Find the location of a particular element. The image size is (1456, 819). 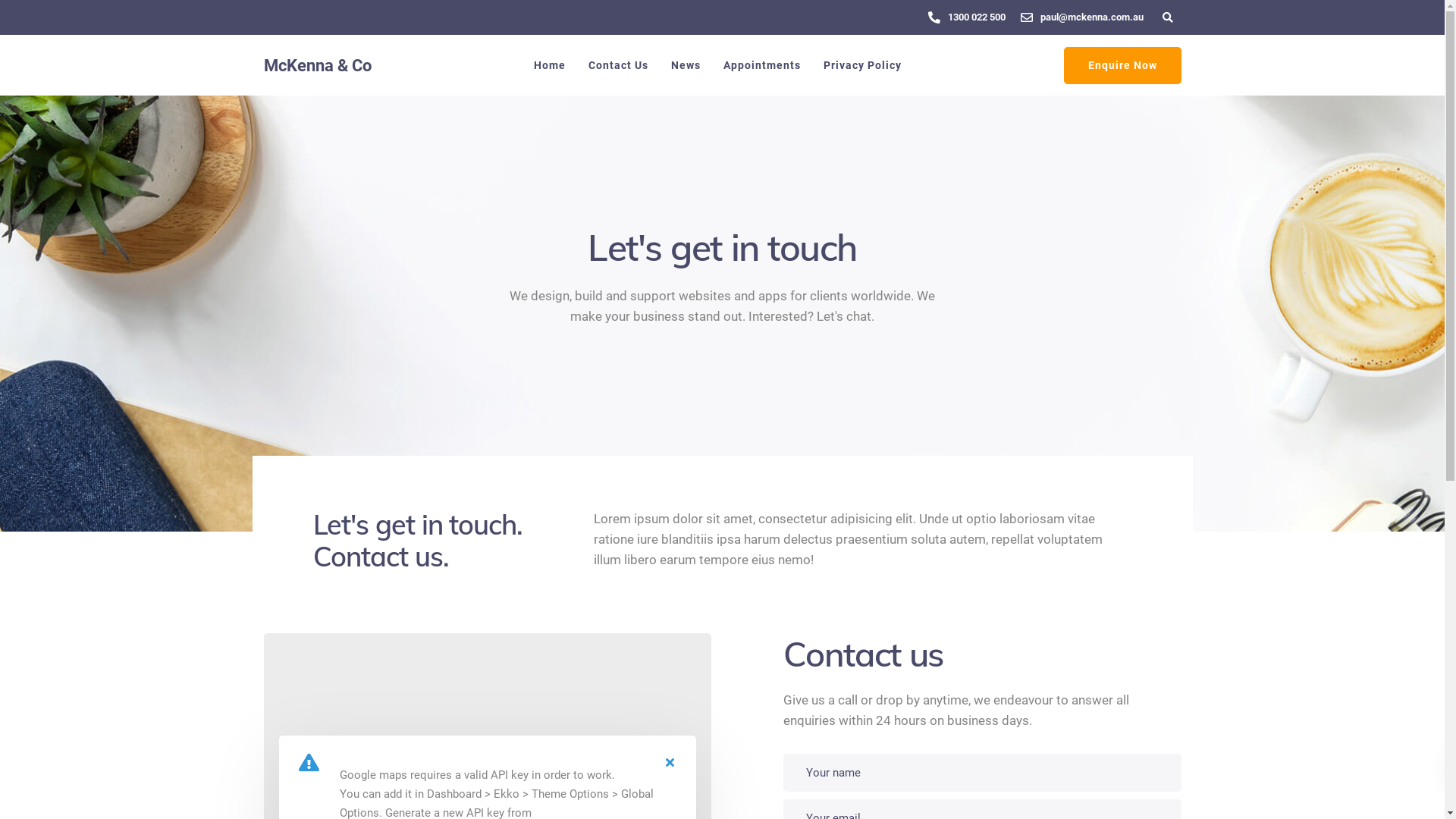

'Home' is located at coordinates (548, 64).